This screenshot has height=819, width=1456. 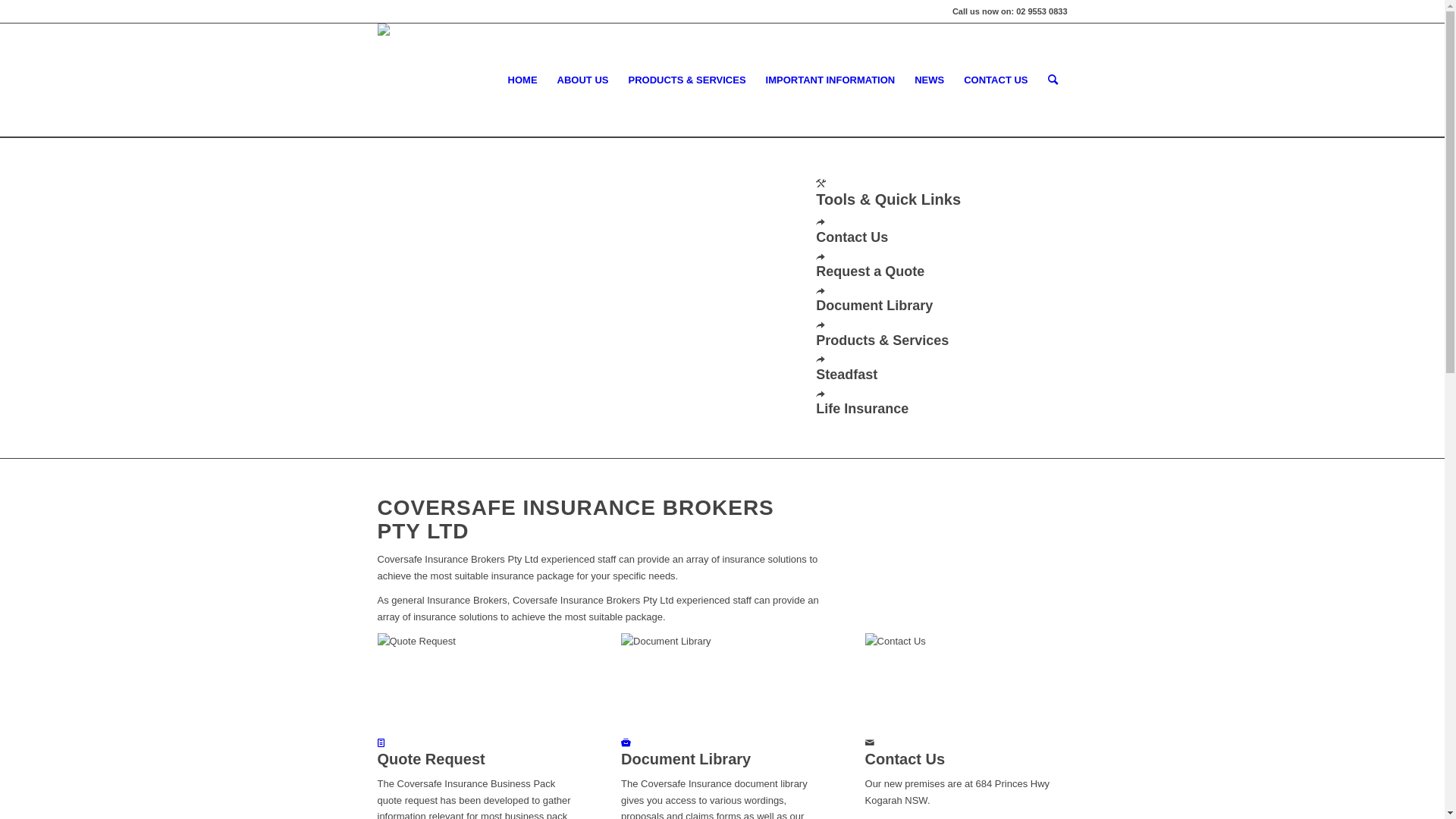 I want to click on 'Document Library', so click(x=721, y=683).